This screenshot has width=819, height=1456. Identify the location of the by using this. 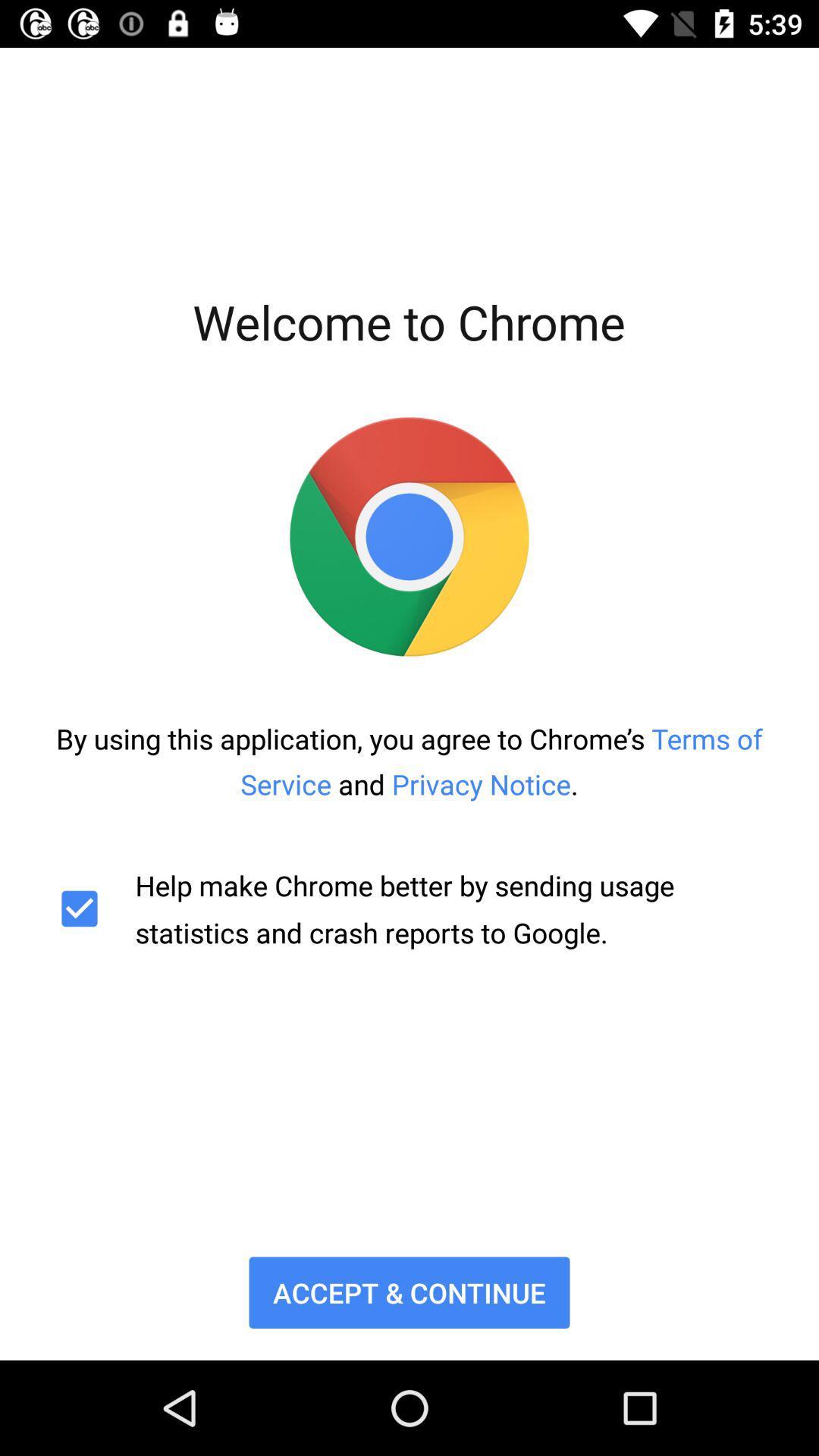
(409, 761).